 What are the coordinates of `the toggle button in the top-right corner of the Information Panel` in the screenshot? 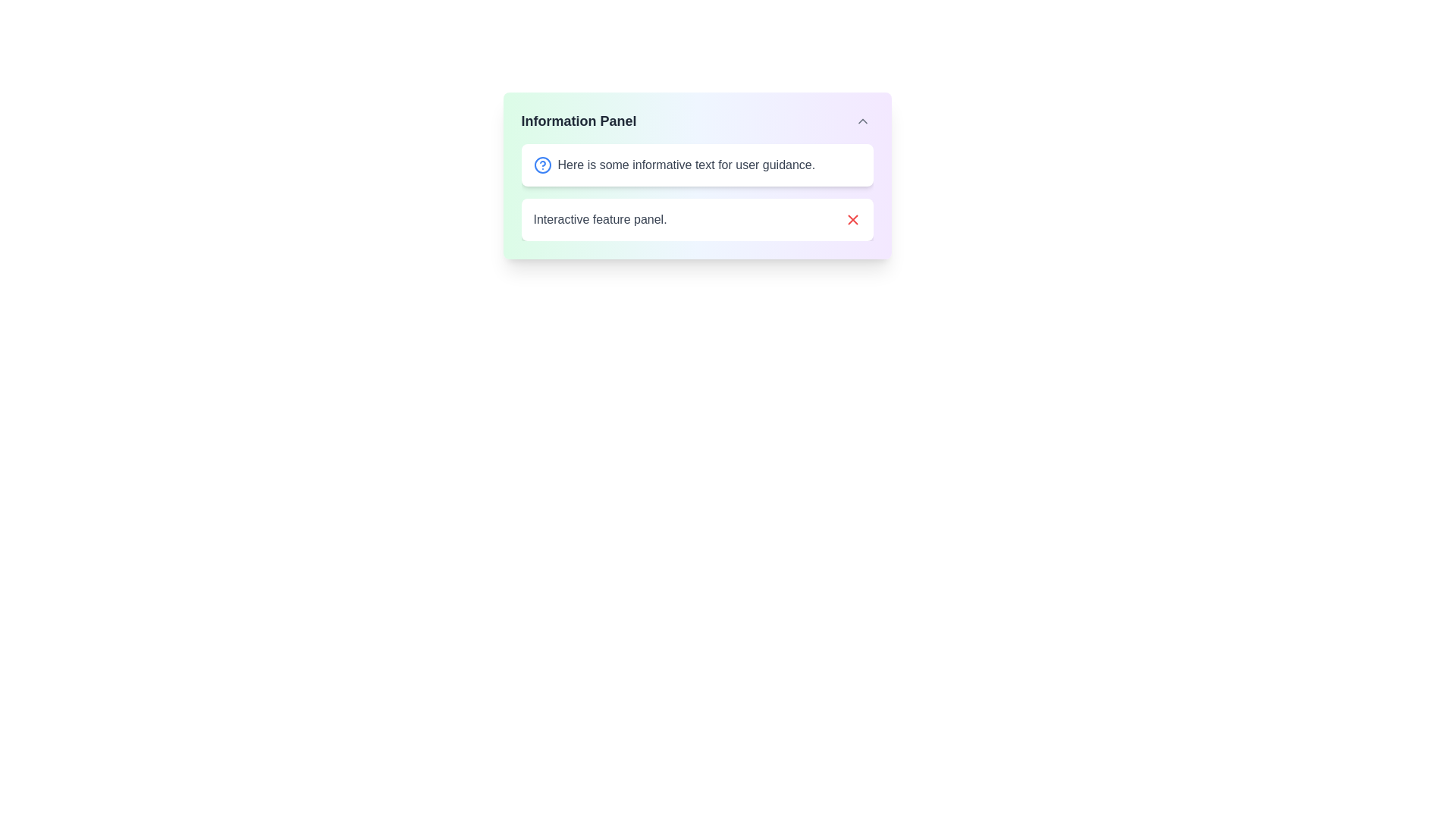 It's located at (862, 120).